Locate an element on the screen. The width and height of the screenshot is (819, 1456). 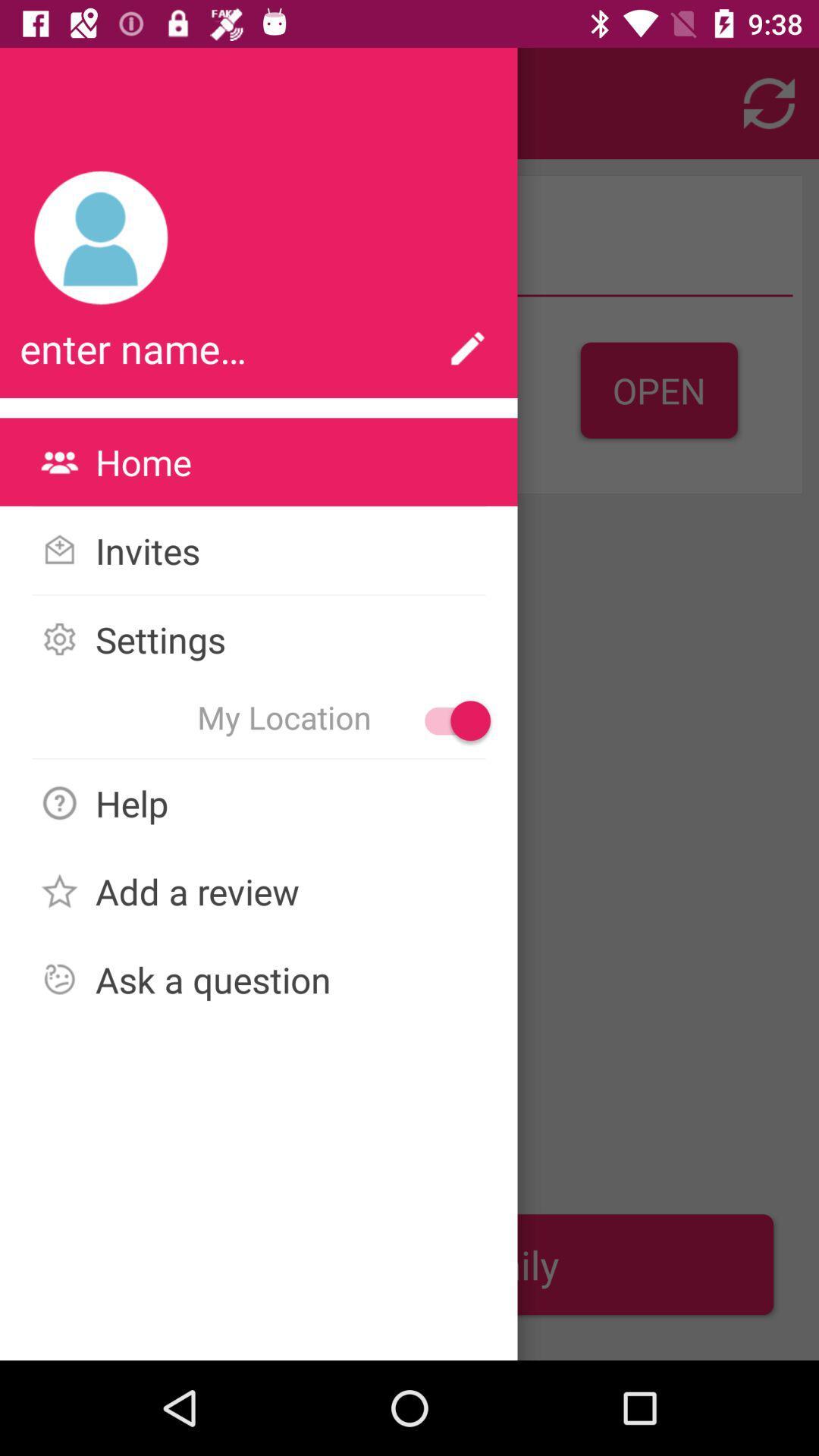
the icon above enter name is located at coordinates (102, 238).